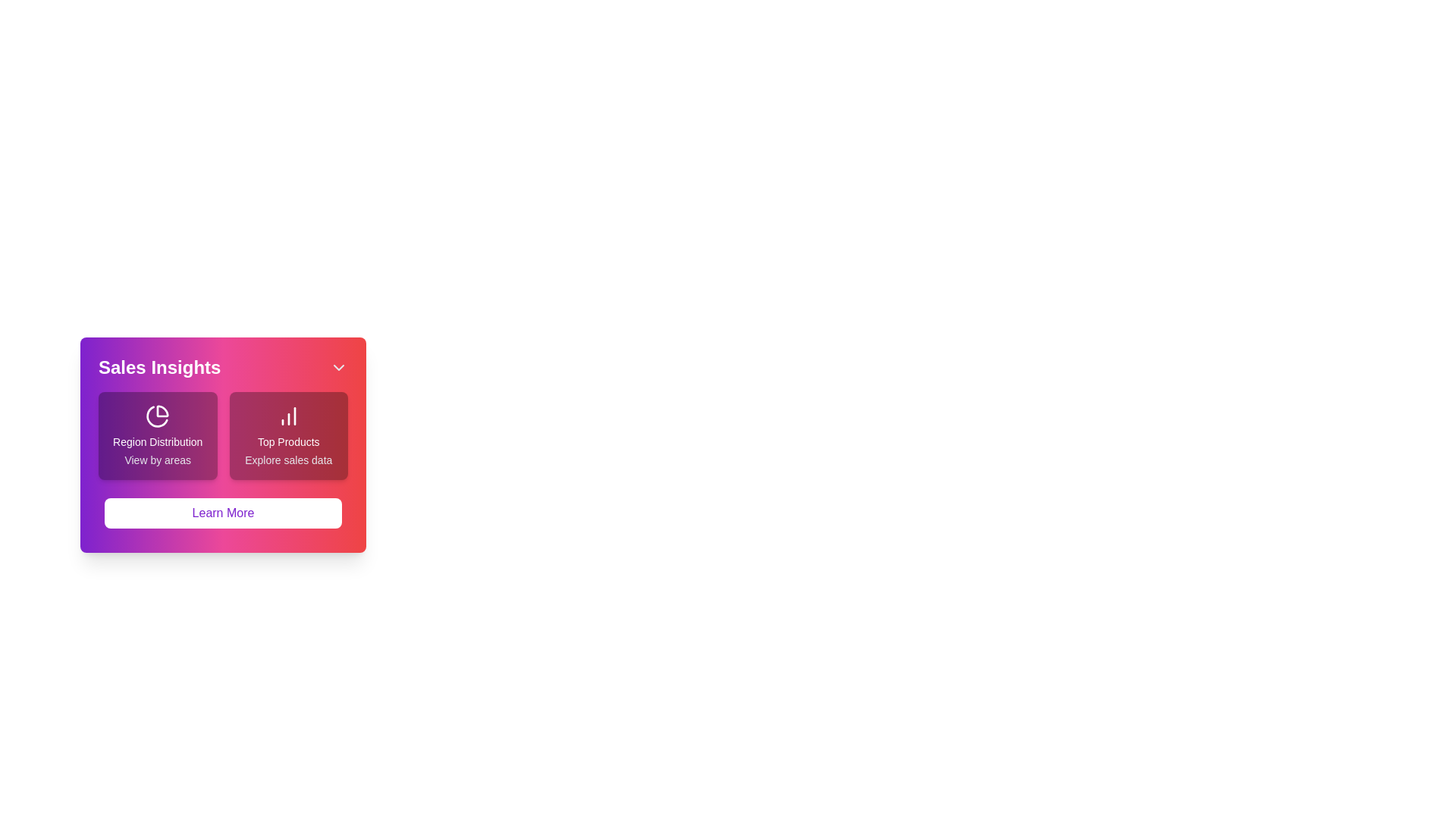 This screenshot has width=1456, height=819. Describe the element at coordinates (288, 441) in the screenshot. I see `the 'Top Products' text label, which is a smaller text with medium font weight, located between the data visualization icon and the 'Explore sales data' text` at that location.